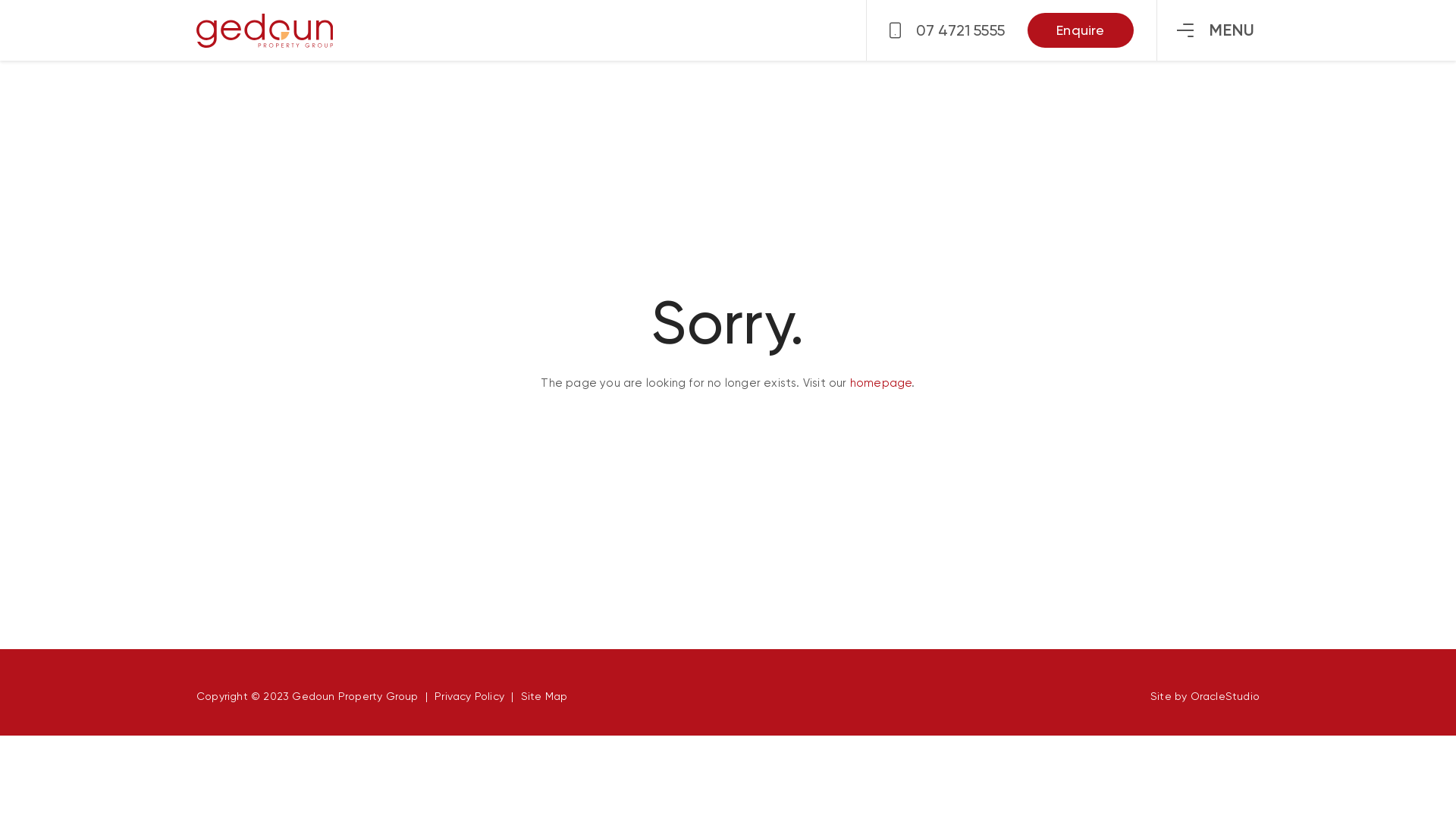 This screenshot has width=1456, height=819. What do you see at coordinates (1216, 30) in the screenshot?
I see `'MENU'` at bounding box center [1216, 30].